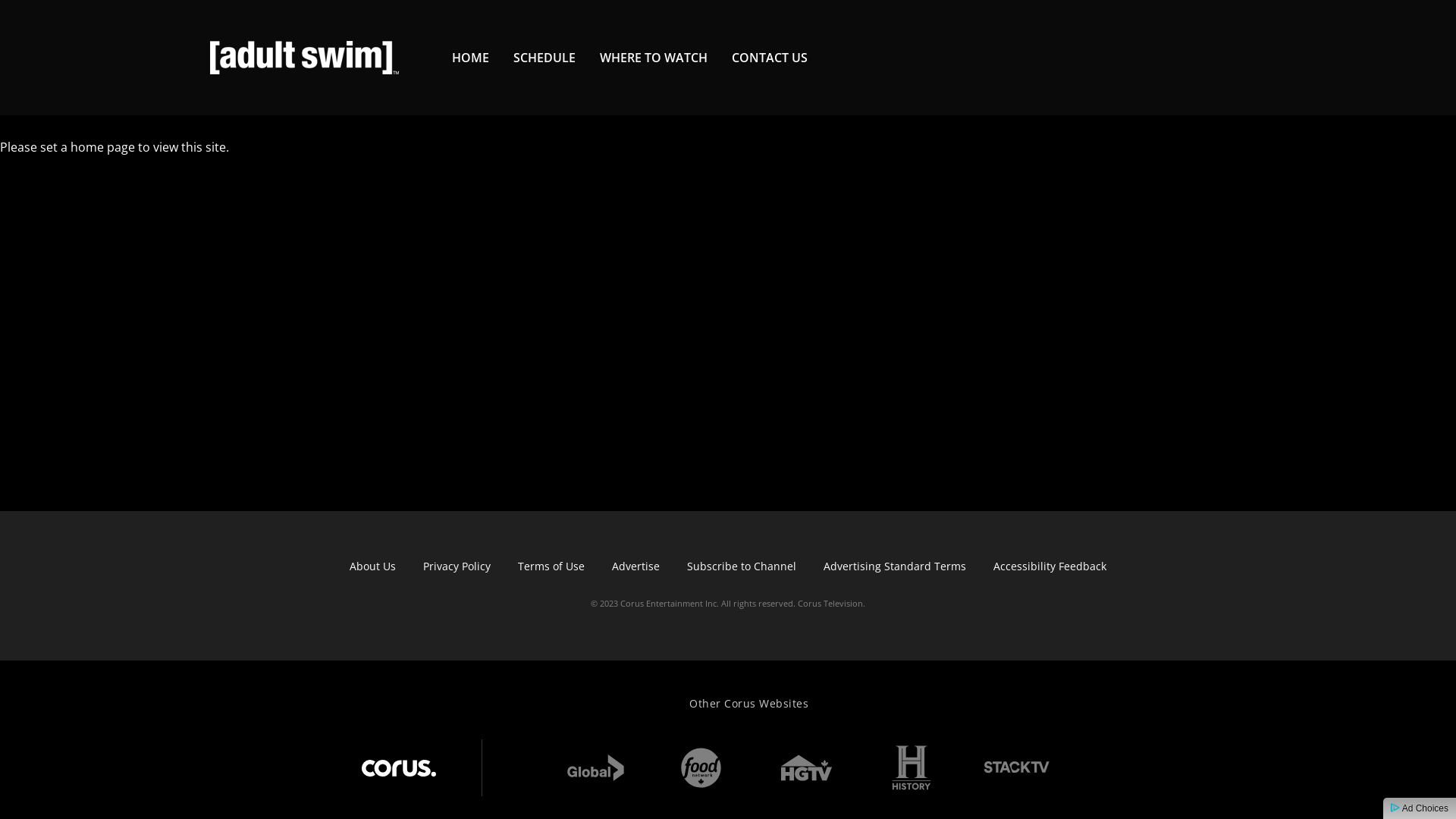 The width and height of the screenshot is (1456, 819). Describe the element at coordinates (654, 57) in the screenshot. I see `'WHERE TO WATCH'` at that location.